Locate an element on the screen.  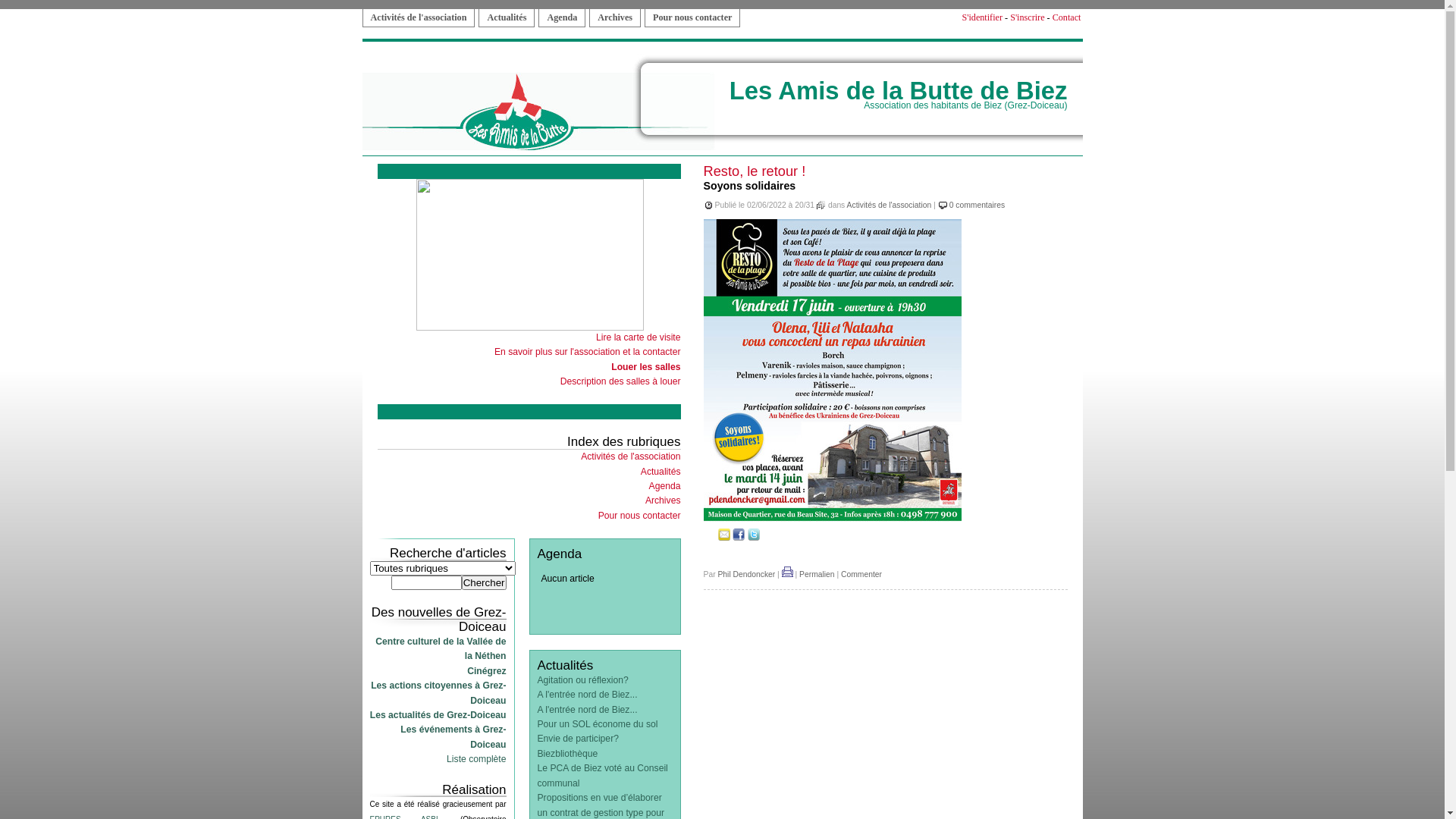
'Zoom' is located at coordinates (832, 517).